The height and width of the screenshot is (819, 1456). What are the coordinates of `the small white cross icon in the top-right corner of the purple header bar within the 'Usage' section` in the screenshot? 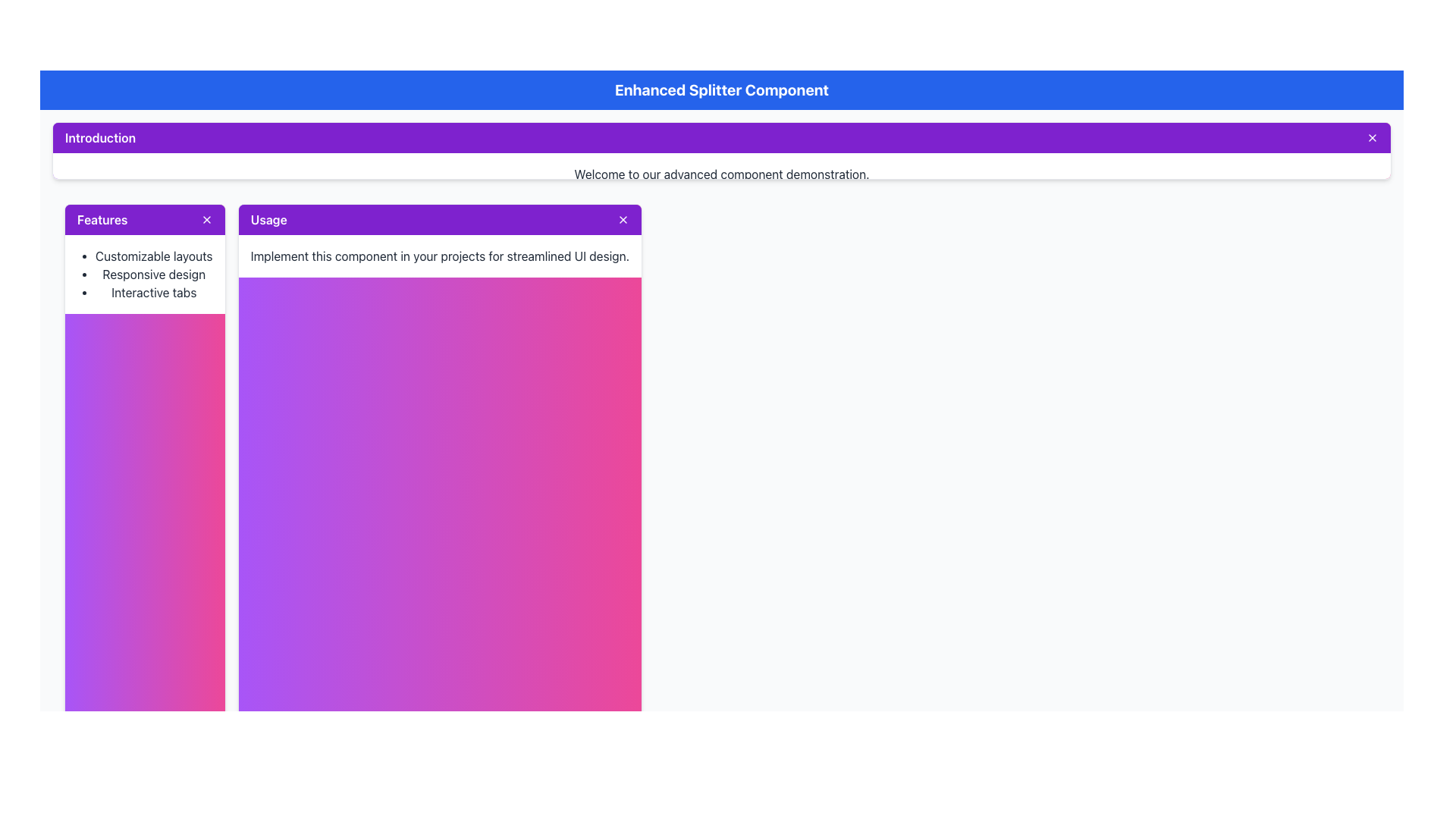 It's located at (623, 219).